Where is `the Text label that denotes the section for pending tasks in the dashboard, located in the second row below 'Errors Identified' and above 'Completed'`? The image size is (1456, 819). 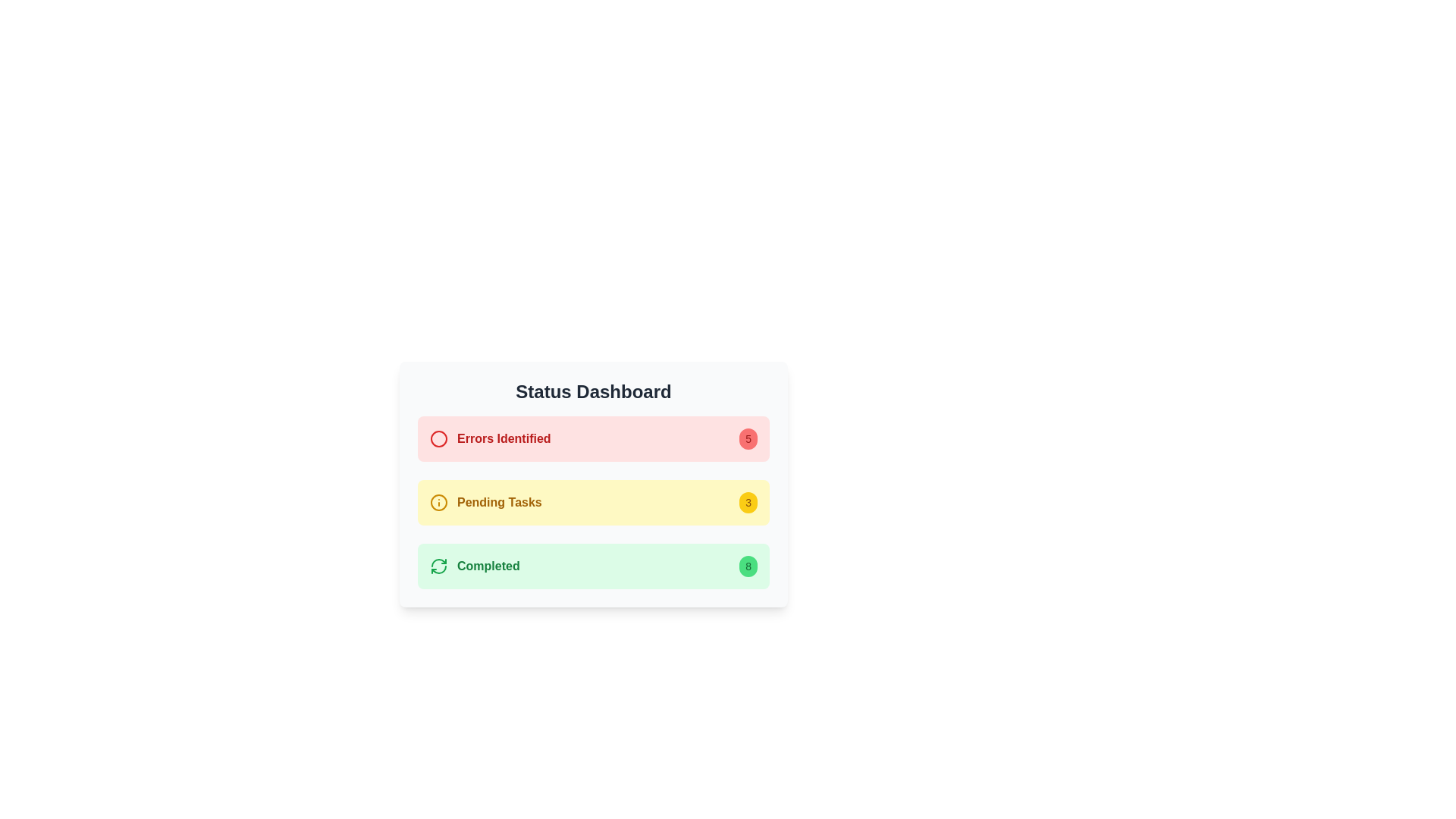 the Text label that denotes the section for pending tasks in the dashboard, located in the second row below 'Errors Identified' and above 'Completed' is located at coordinates (499, 503).